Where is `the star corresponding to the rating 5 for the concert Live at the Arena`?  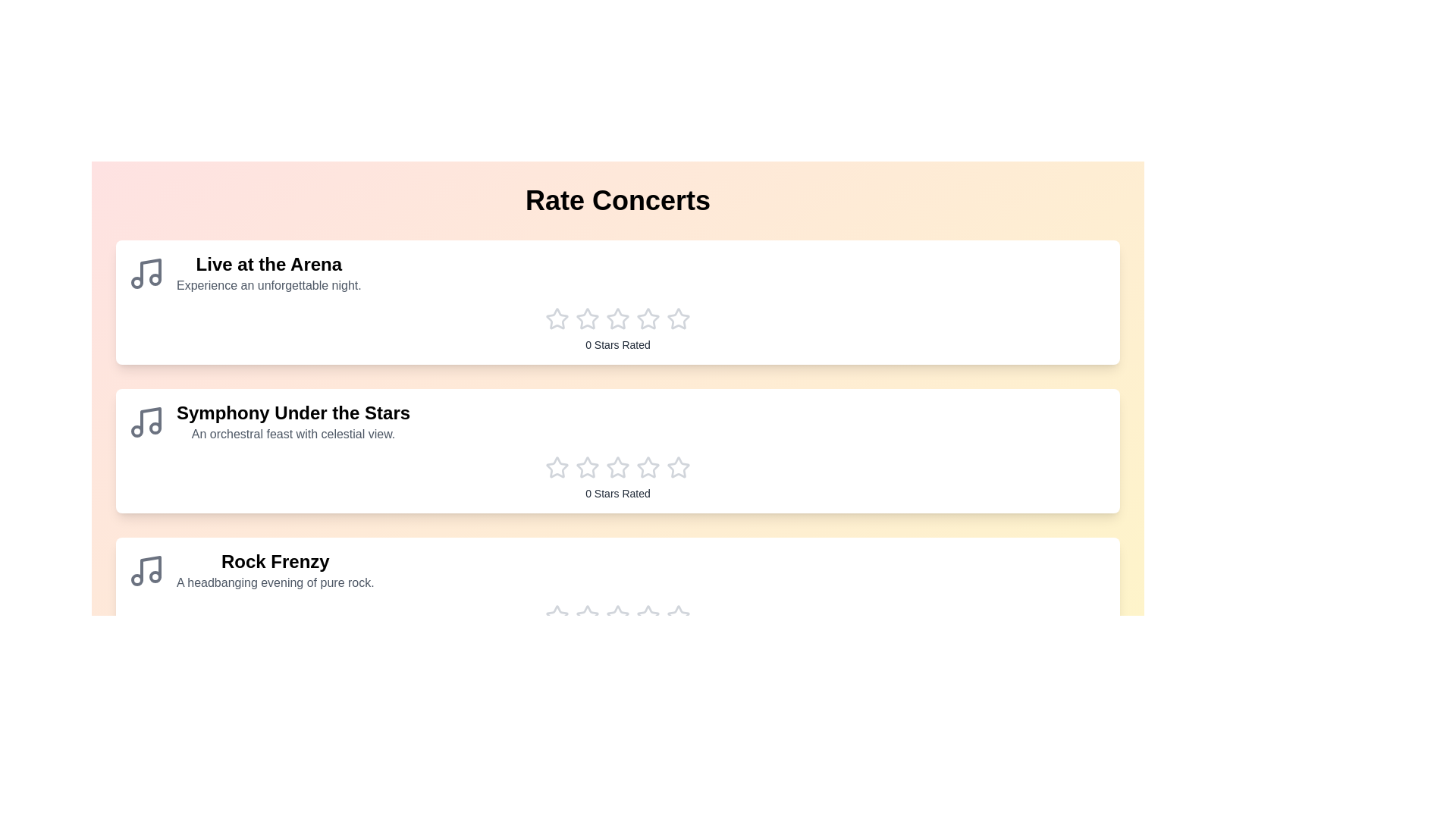
the star corresponding to the rating 5 for the concert Live at the Arena is located at coordinates (677, 318).